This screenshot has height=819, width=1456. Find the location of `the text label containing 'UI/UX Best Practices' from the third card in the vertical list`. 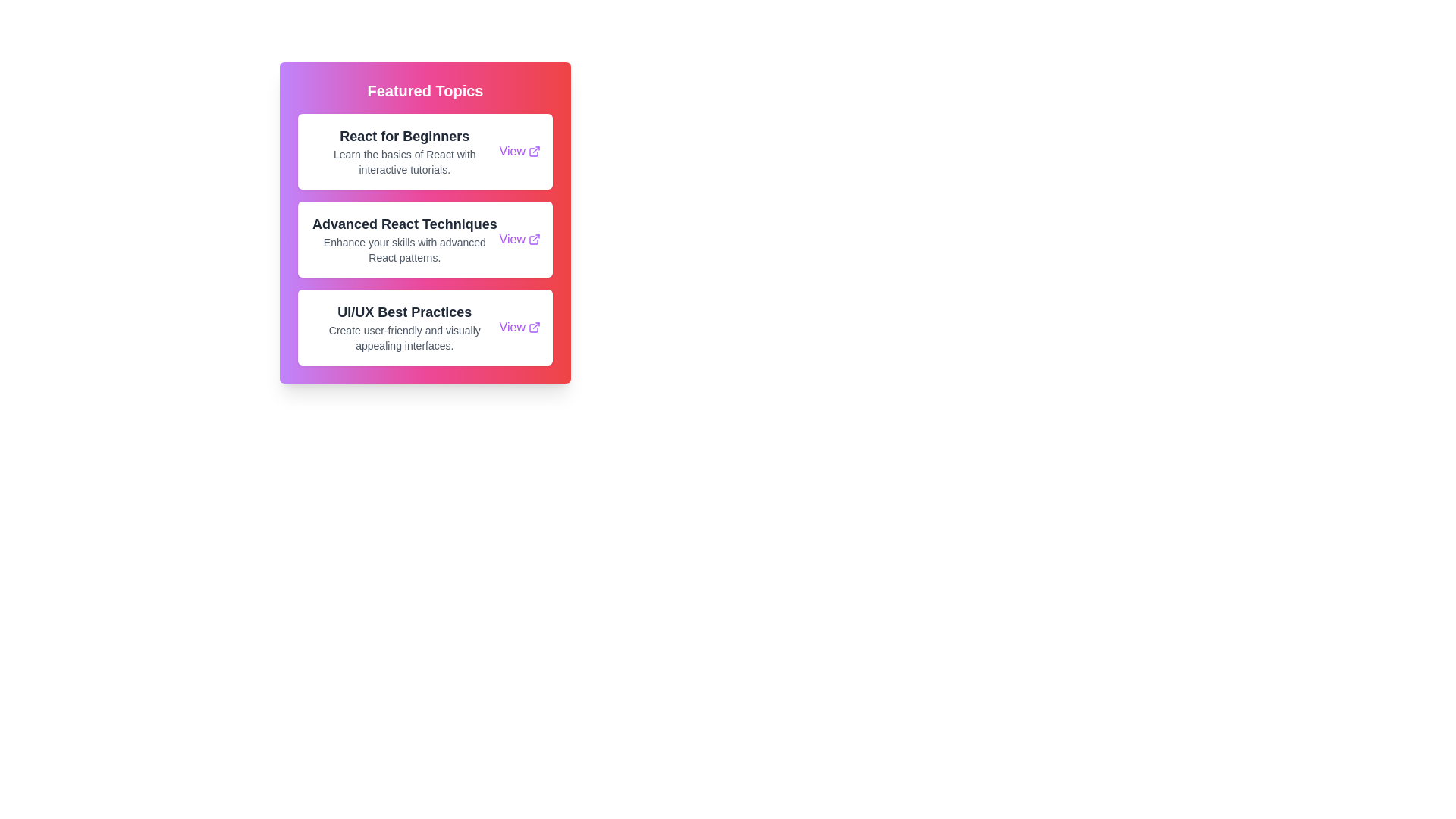

the text label containing 'UI/UX Best Practices' from the third card in the vertical list is located at coordinates (404, 312).